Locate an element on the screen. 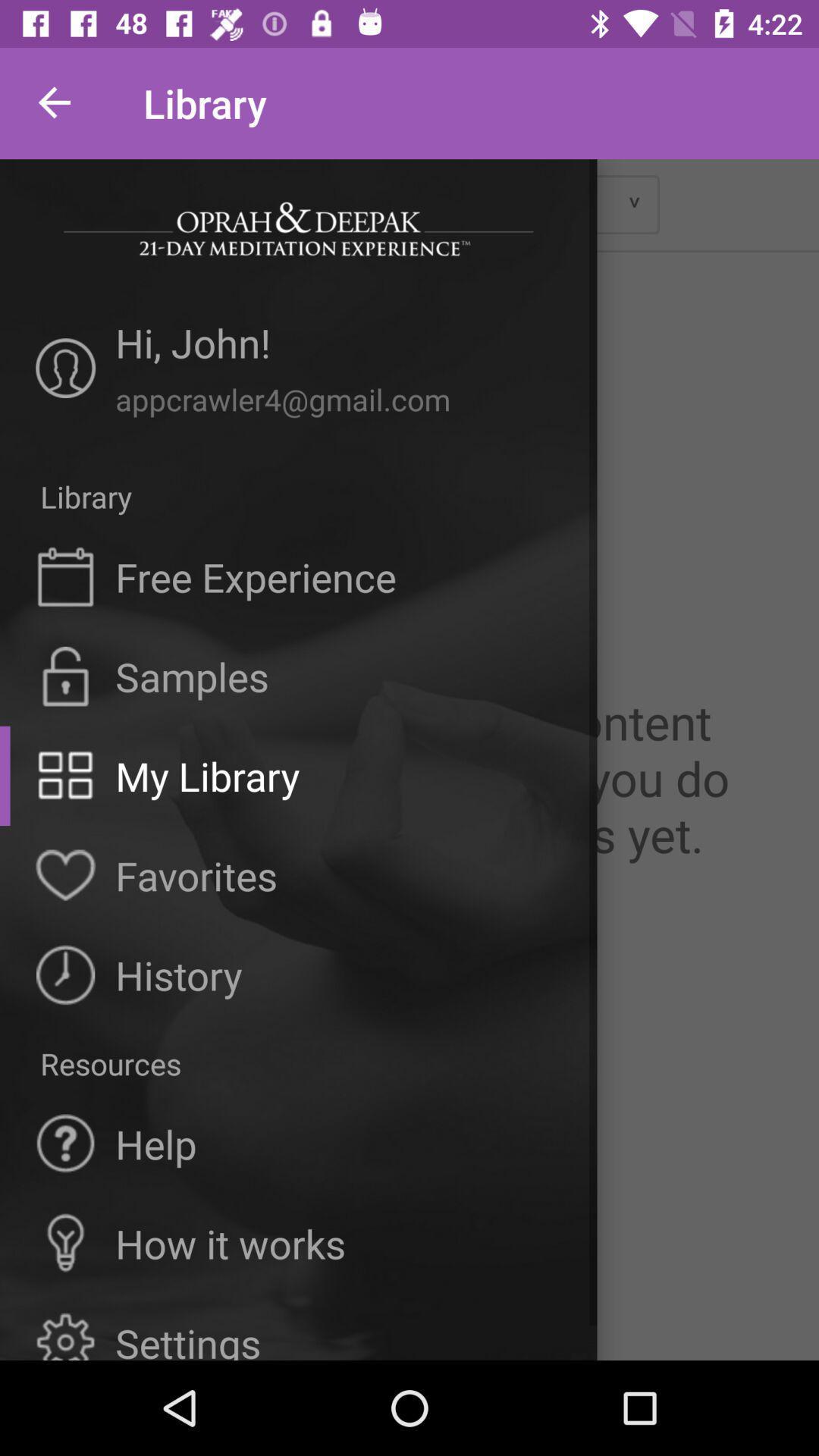 The image size is (819, 1456). the help icon is located at coordinates (155, 1144).